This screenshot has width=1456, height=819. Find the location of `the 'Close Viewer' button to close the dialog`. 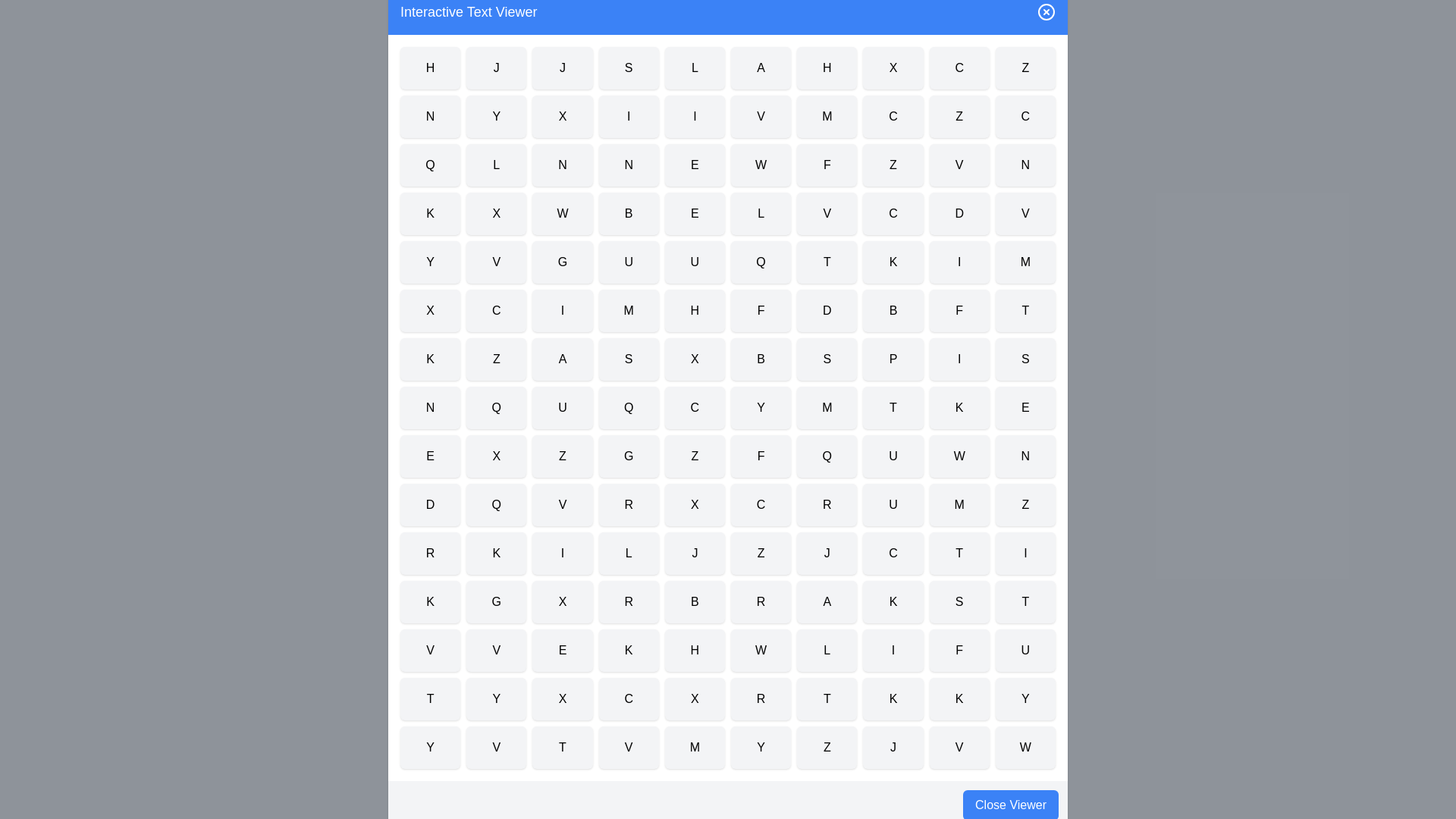

the 'Close Viewer' button to close the dialog is located at coordinates (1011, 804).